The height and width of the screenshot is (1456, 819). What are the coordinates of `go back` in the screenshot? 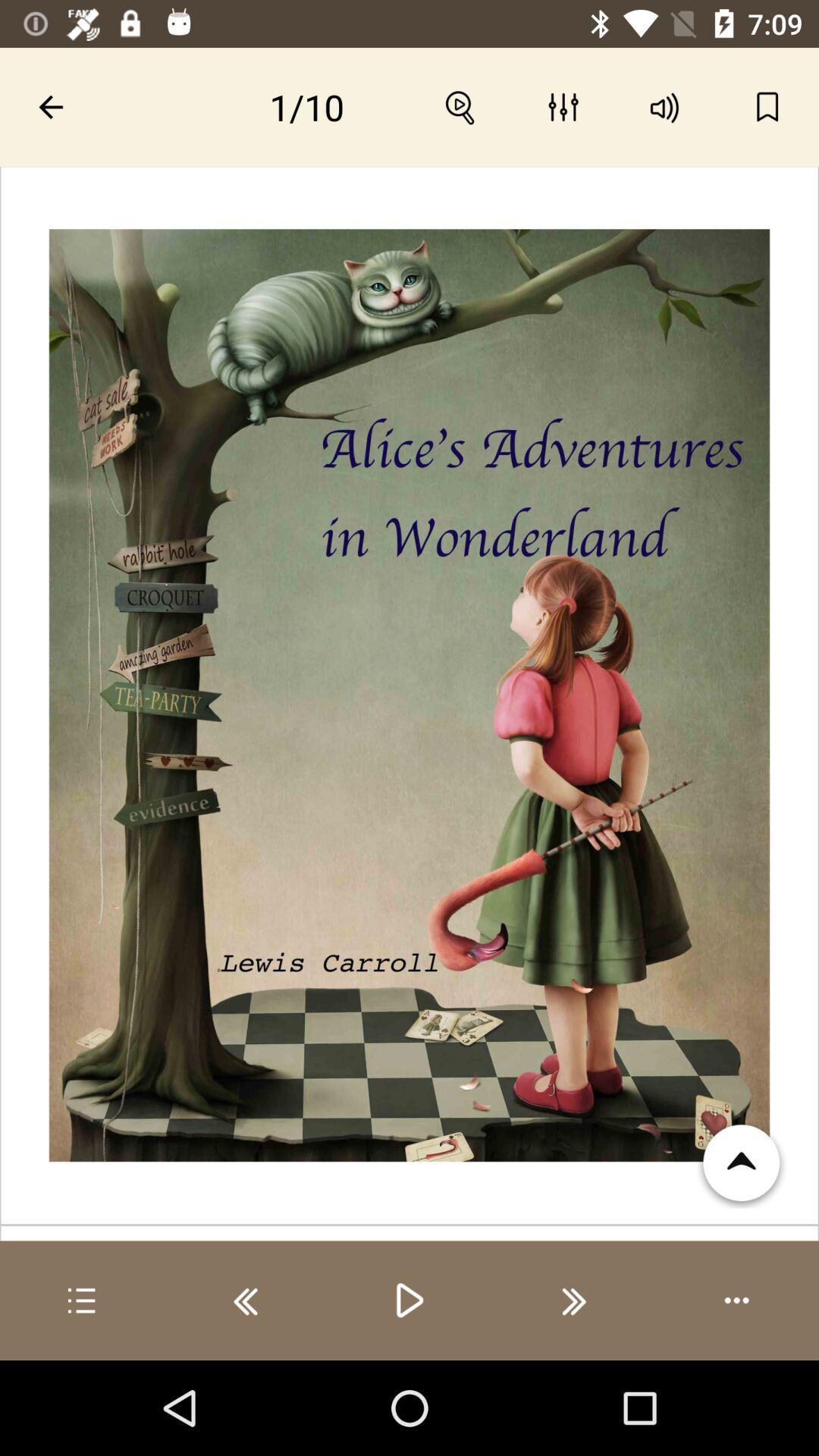 It's located at (245, 1300).